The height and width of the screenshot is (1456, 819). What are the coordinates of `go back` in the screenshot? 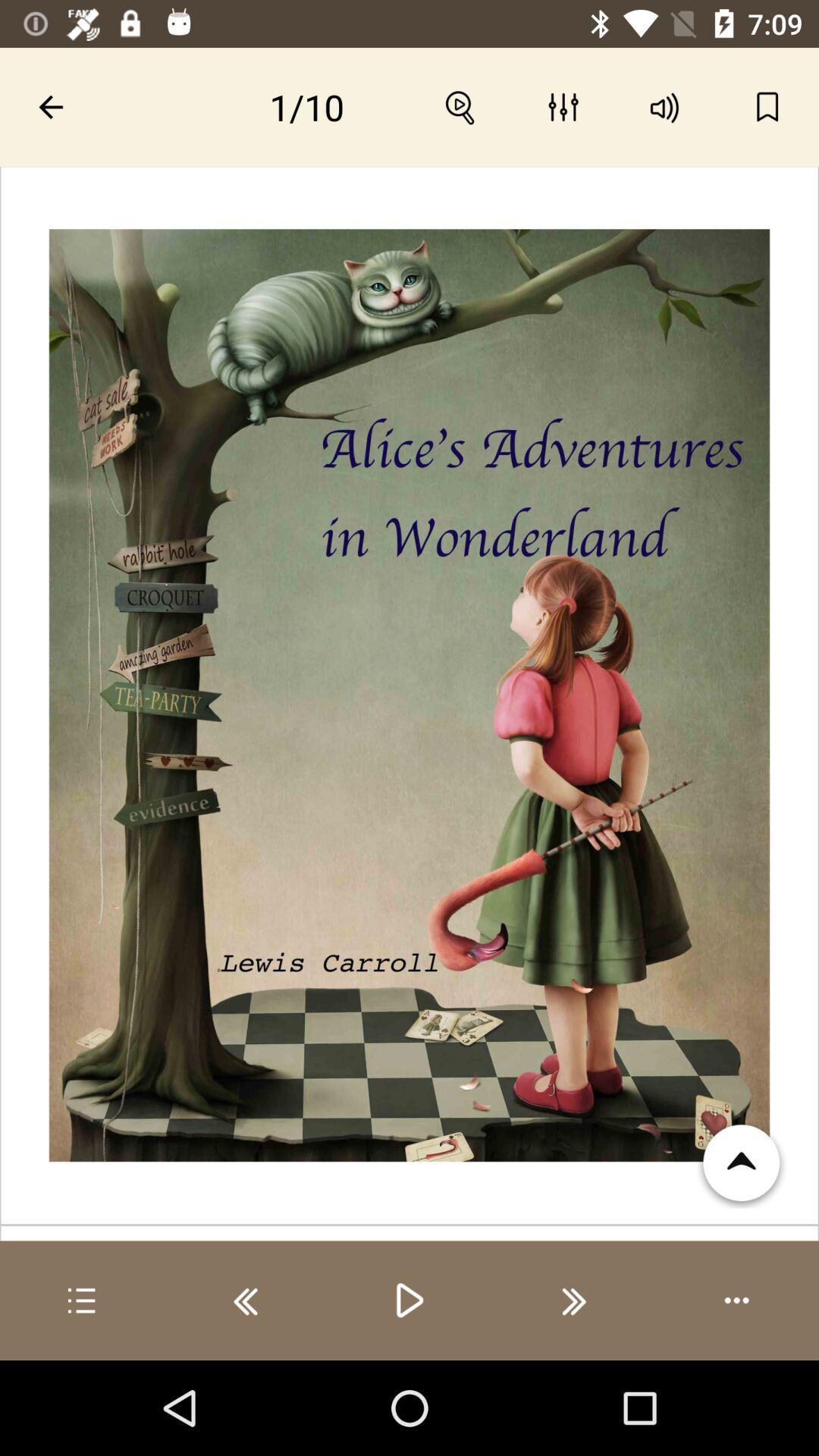 It's located at (245, 1300).